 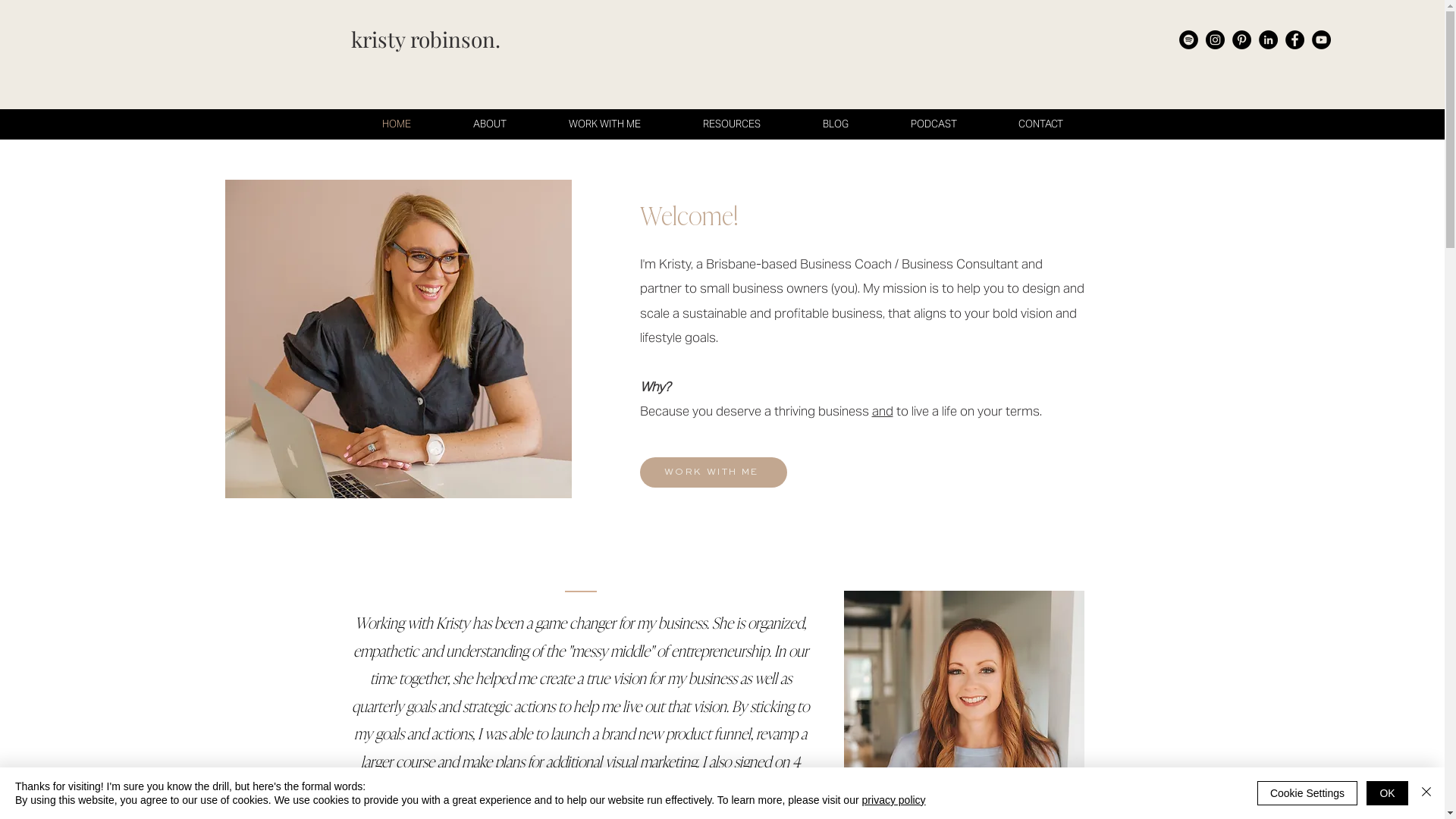 What do you see at coordinates (894, 799) in the screenshot?
I see `'privacy policy'` at bounding box center [894, 799].